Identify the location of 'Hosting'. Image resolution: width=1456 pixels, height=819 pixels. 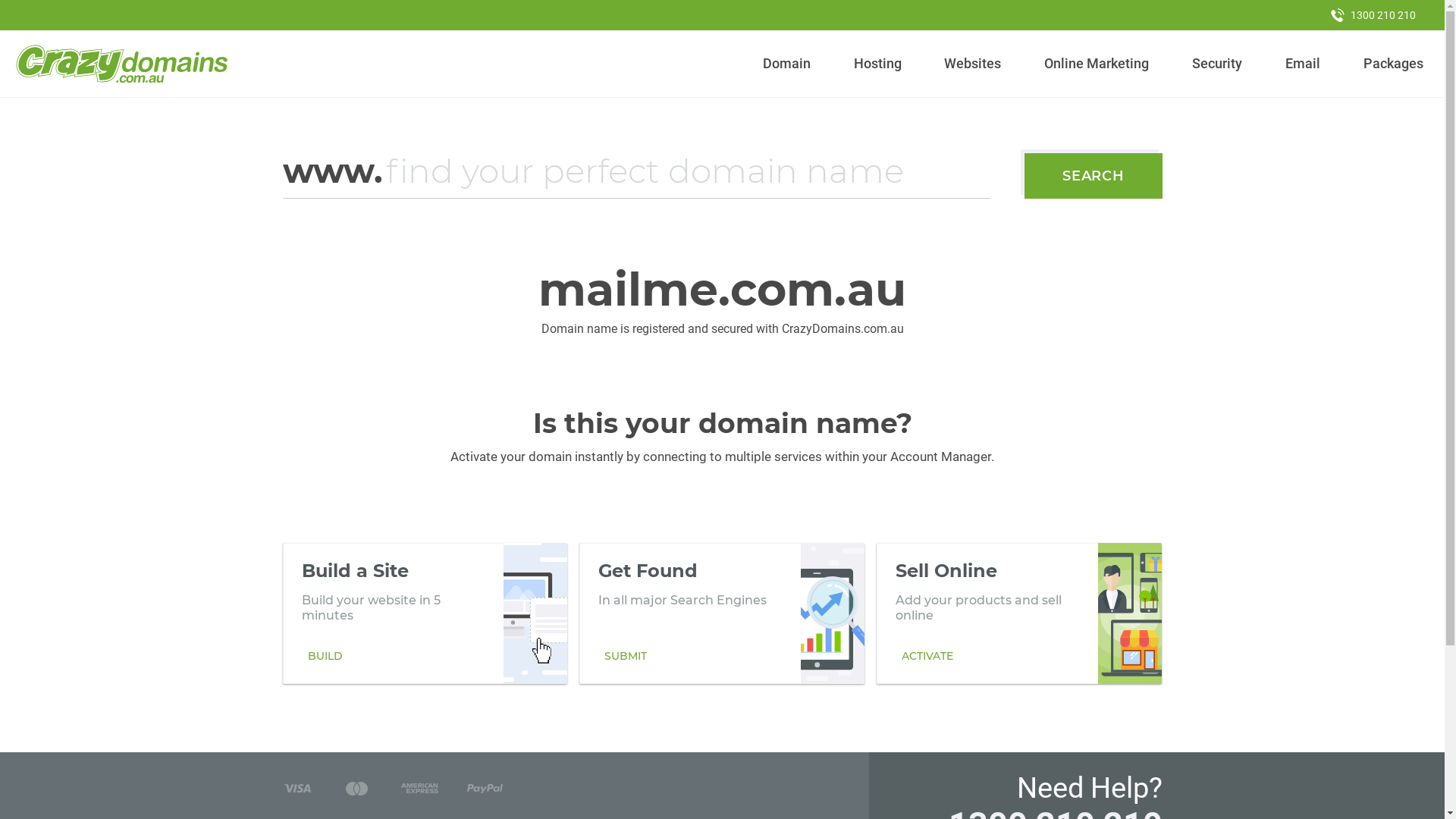
(877, 63).